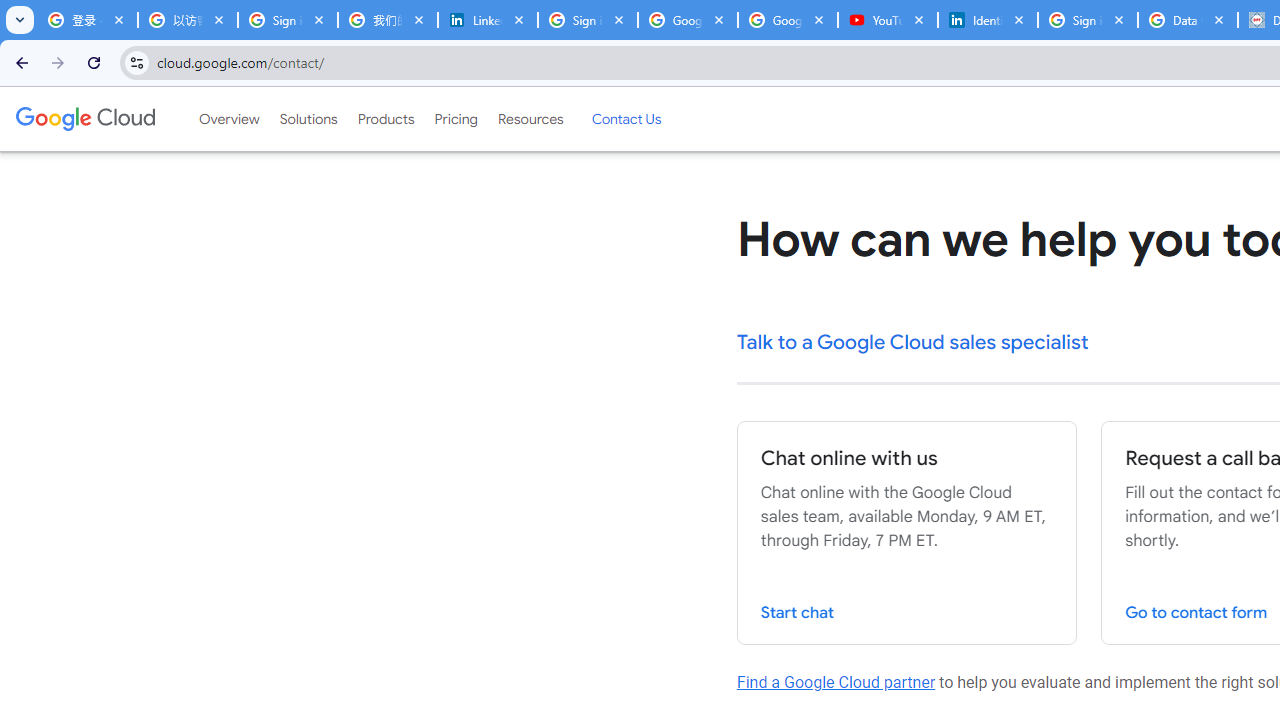 This screenshot has height=720, width=1280. I want to click on 'Contact Us', so click(625, 119).